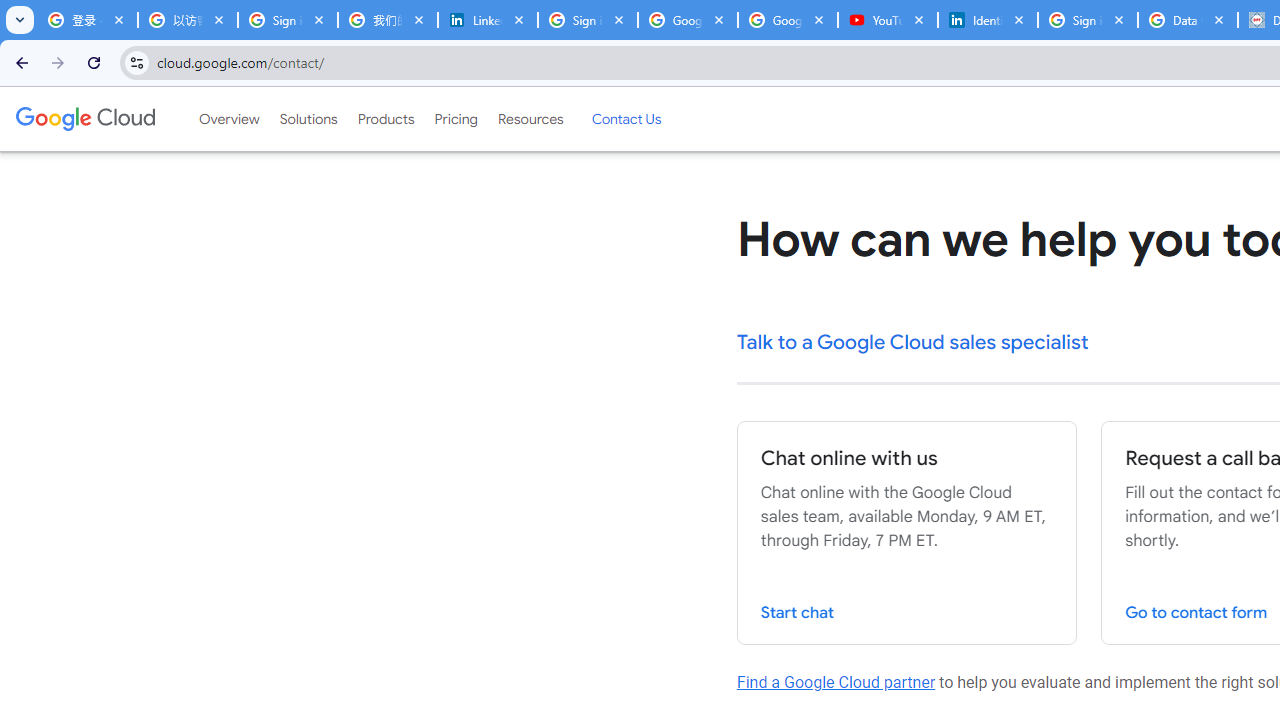 This screenshot has height=720, width=1280. I want to click on 'Contact Us', so click(625, 119).